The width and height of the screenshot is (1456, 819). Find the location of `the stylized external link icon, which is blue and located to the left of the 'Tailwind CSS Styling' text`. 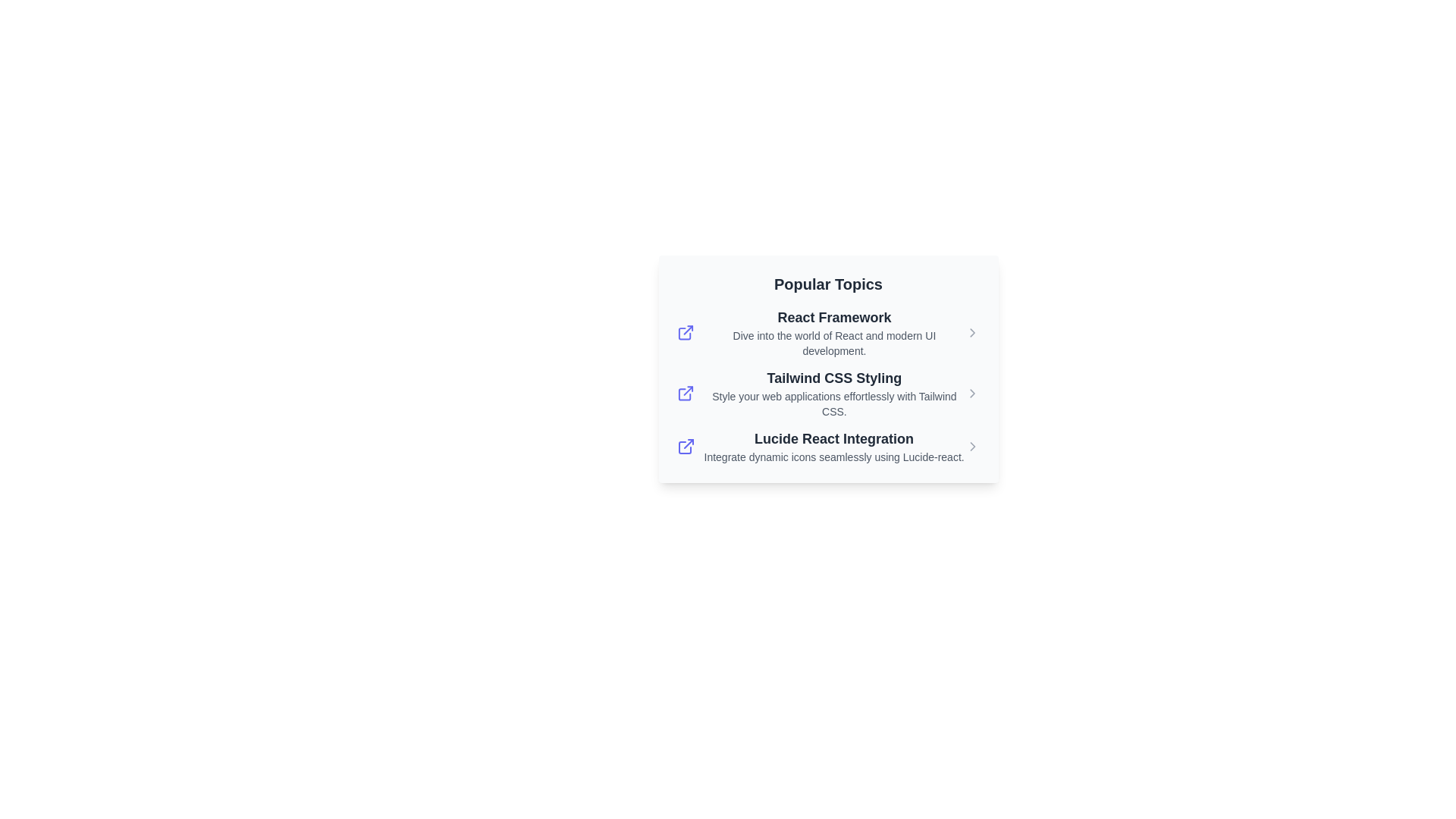

the stylized external link icon, which is blue and located to the left of the 'Tailwind CSS Styling' text is located at coordinates (685, 393).